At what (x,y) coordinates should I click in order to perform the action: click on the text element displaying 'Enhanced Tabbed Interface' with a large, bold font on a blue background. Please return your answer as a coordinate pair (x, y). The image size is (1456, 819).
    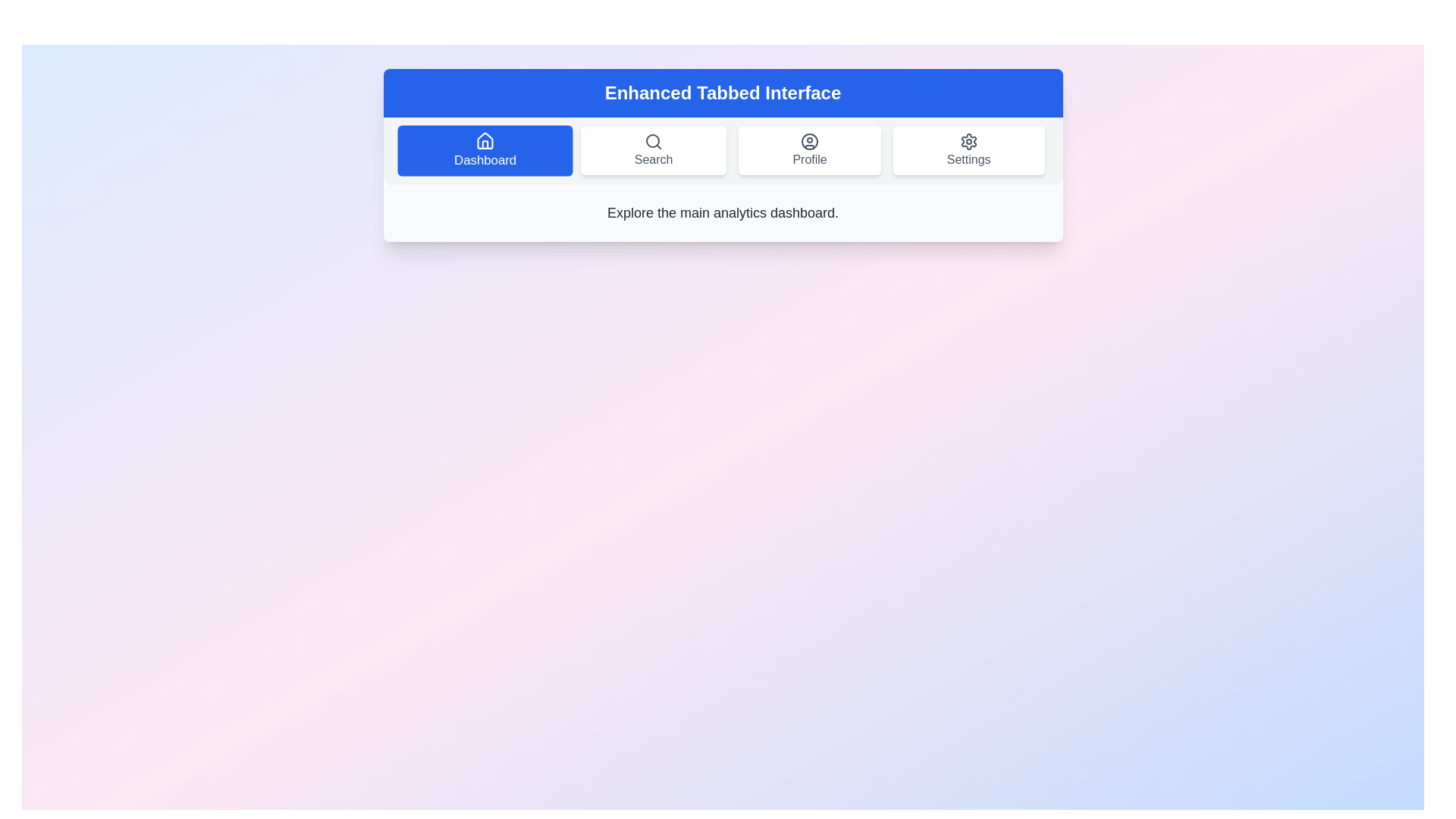
    Looking at the image, I should click on (722, 93).